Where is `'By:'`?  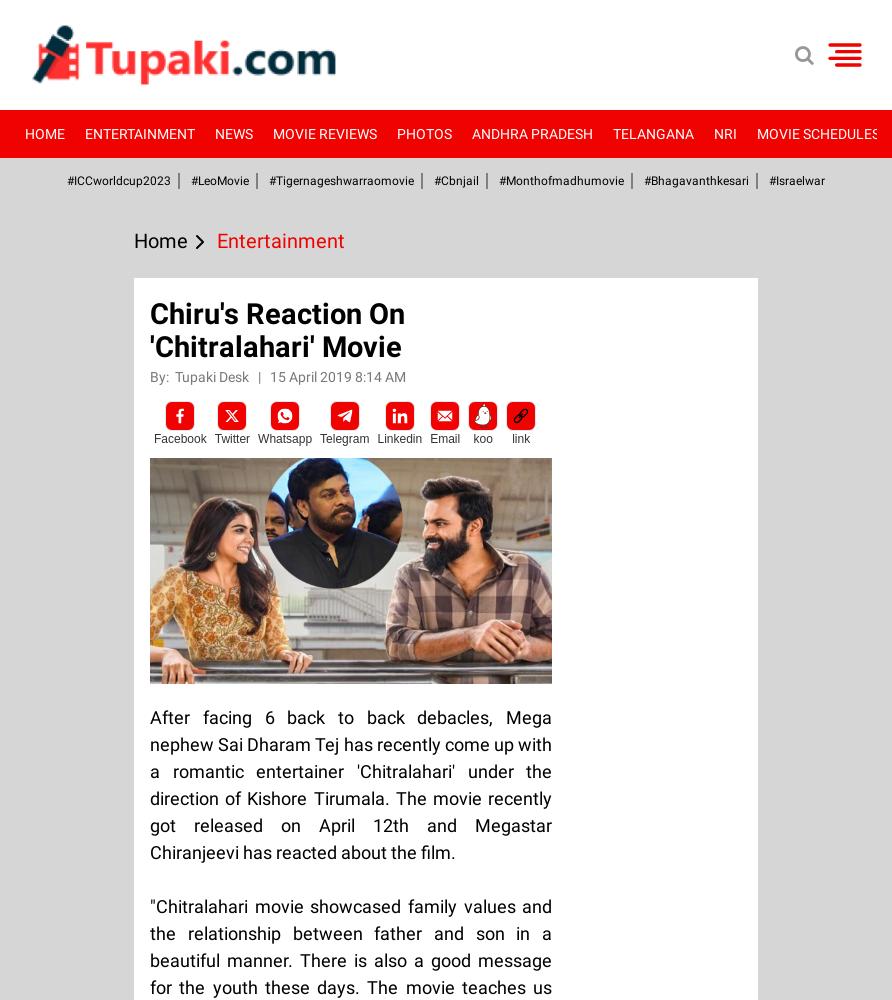
'By:' is located at coordinates (161, 377).